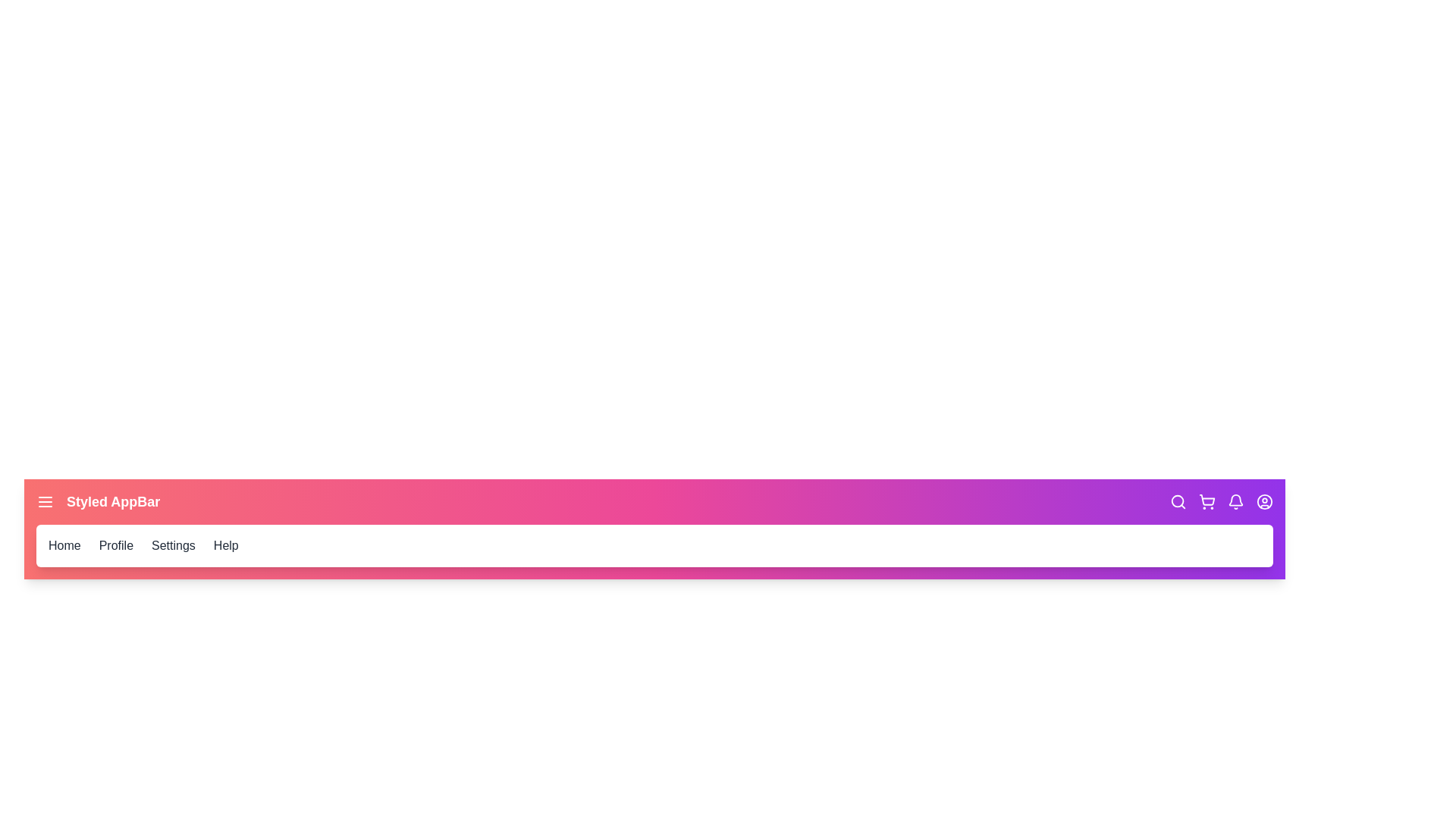  What do you see at coordinates (1178, 502) in the screenshot?
I see `the 'Search' icon to initiate a search` at bounding box center [1178, 502].